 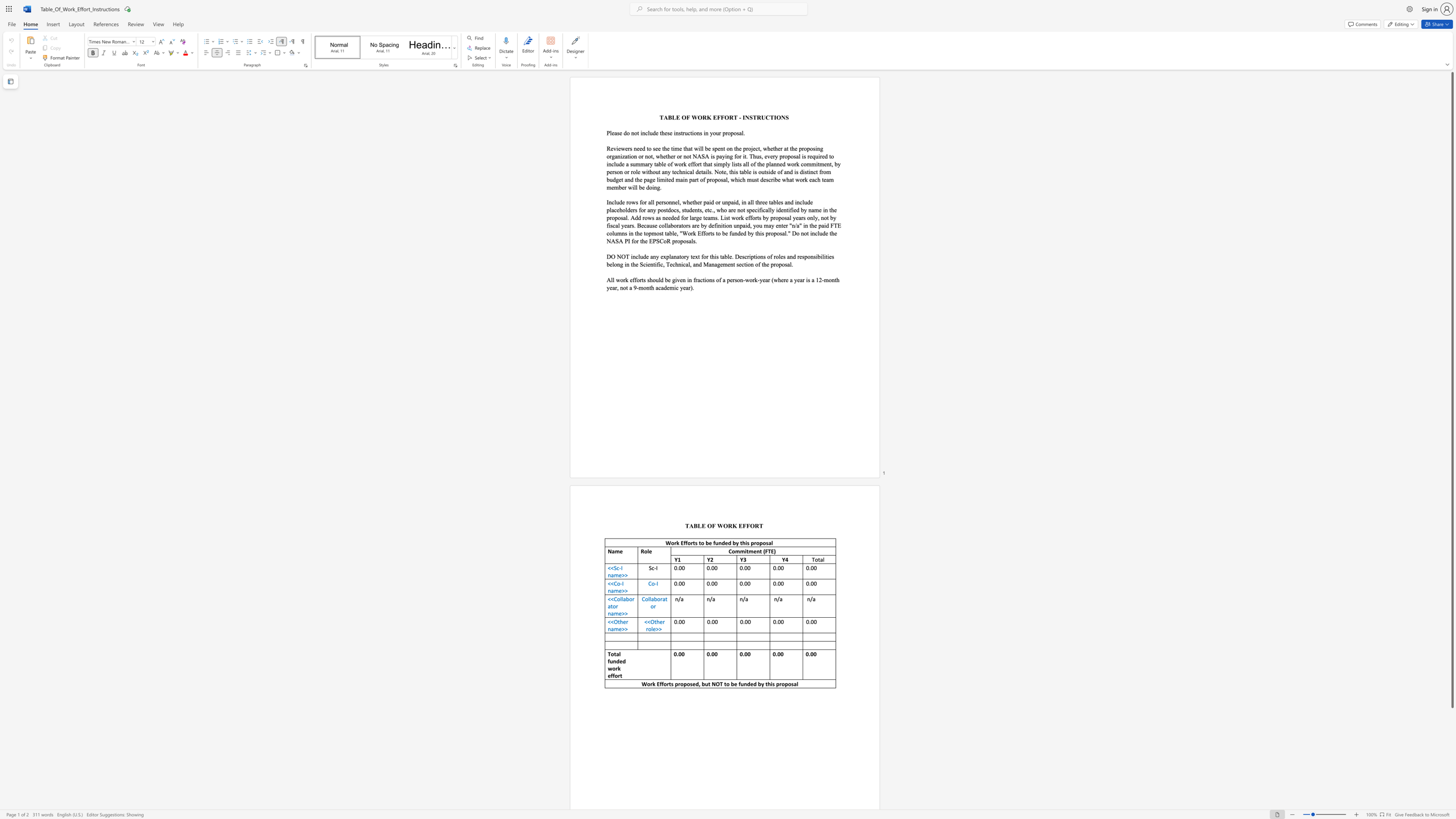 What do you see at coordinates (1451, 792) in the screenshot?
I see `the side scrollbar to bring the page down` at bounding box center [1451, 792].